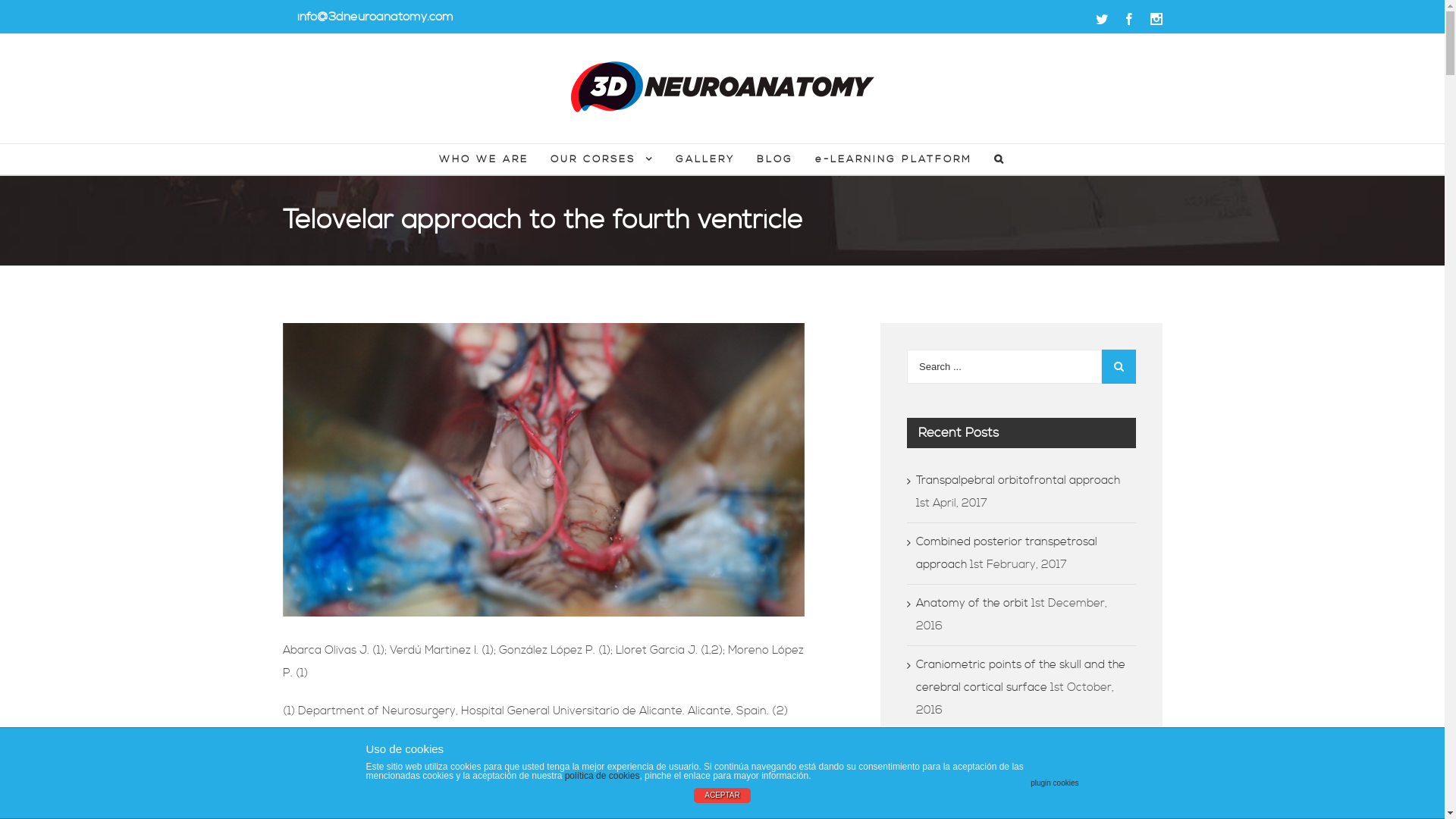 This screenshot has width=1456, height=819. I want to click on 'e-LEARNING PLATFORM', so click(893, 158).